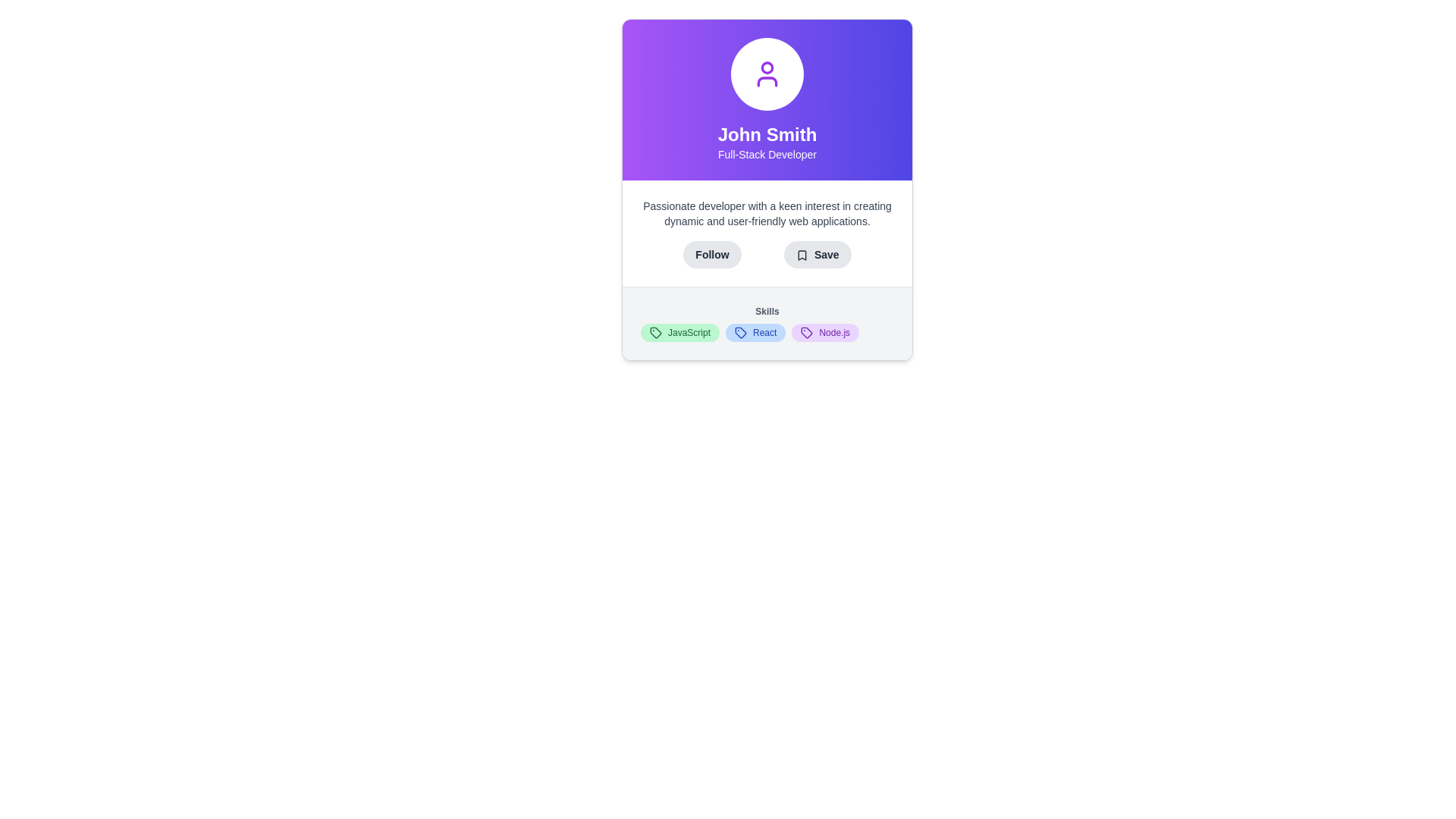  Describe the element at coordinates (741, 332) in the screenshot. I see `the icon representing a tag located in the 'Skills' section, positioned next to the 'React' label` at that location.